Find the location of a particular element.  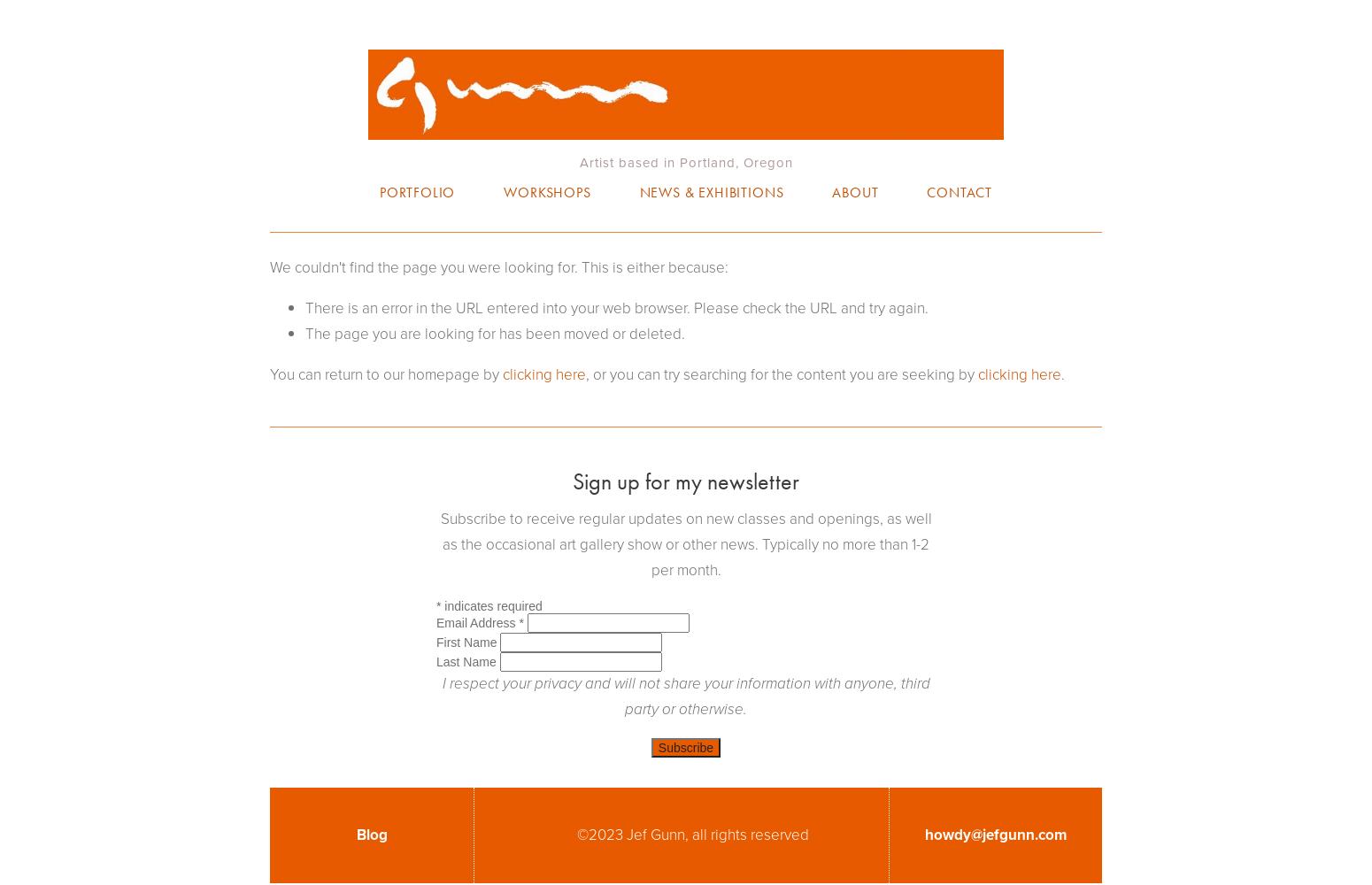

'We couldn't find the page you were looking for. This is either because:' is located at coordinates (499, 267).